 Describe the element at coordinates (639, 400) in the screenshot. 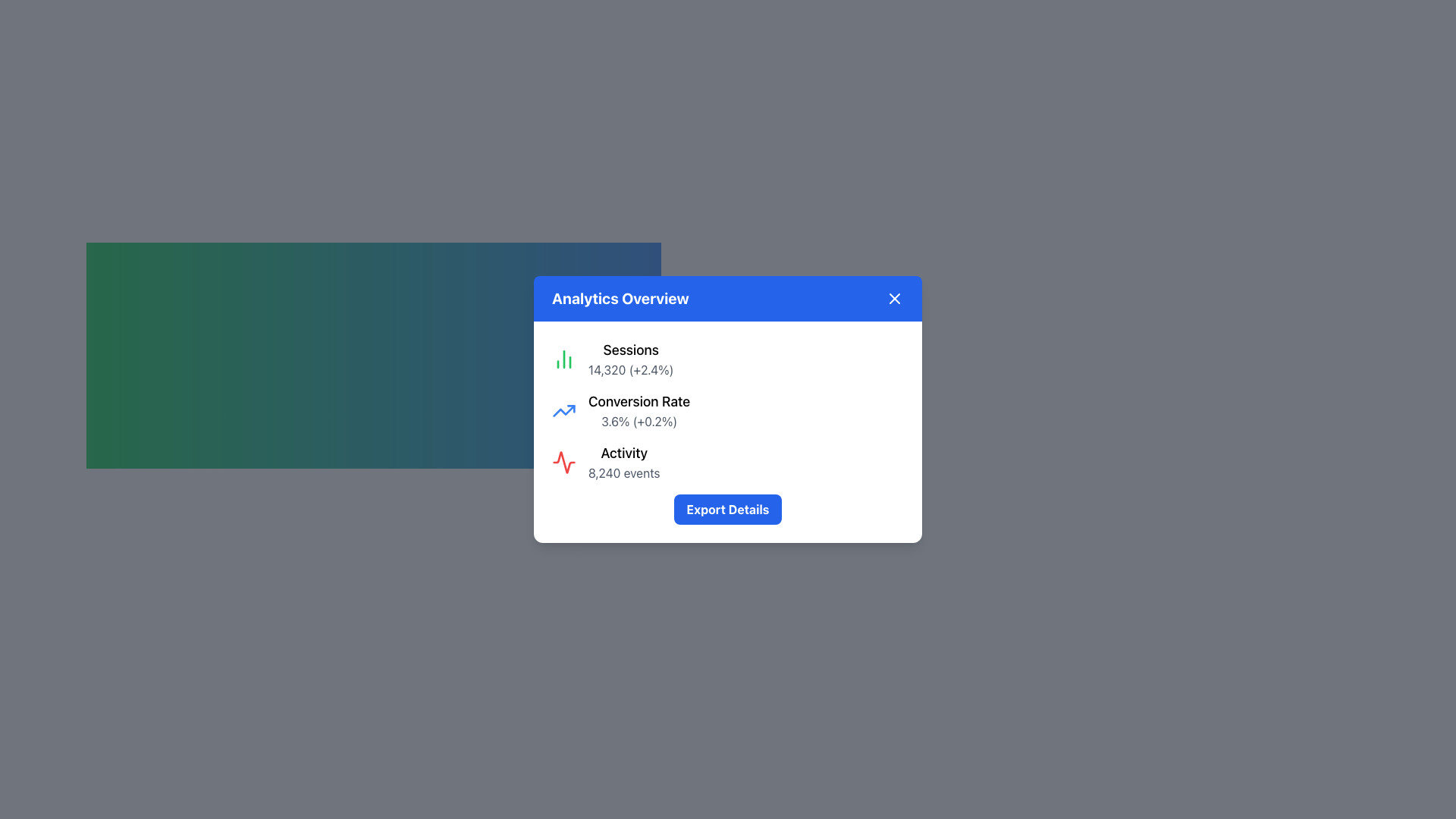

I see `the label displaying 'Conversion Rate' which is located between 'Sessions' and '3.6% (+0.2%)' in the 'Analytics Overview' popup` at that location.